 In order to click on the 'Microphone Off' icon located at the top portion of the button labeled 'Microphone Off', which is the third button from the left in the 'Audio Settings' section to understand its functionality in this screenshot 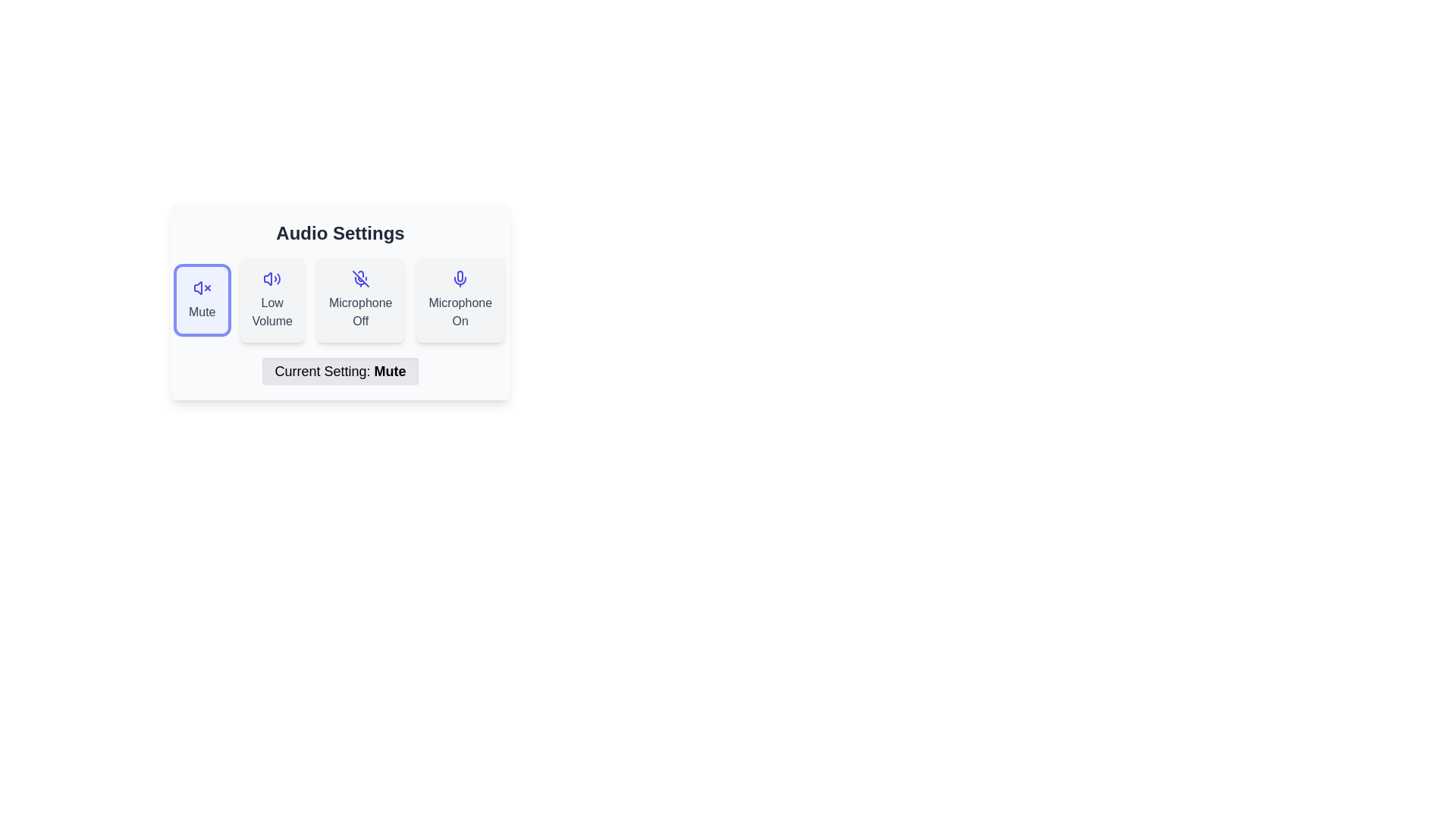, I will do `click(359, 278)`.